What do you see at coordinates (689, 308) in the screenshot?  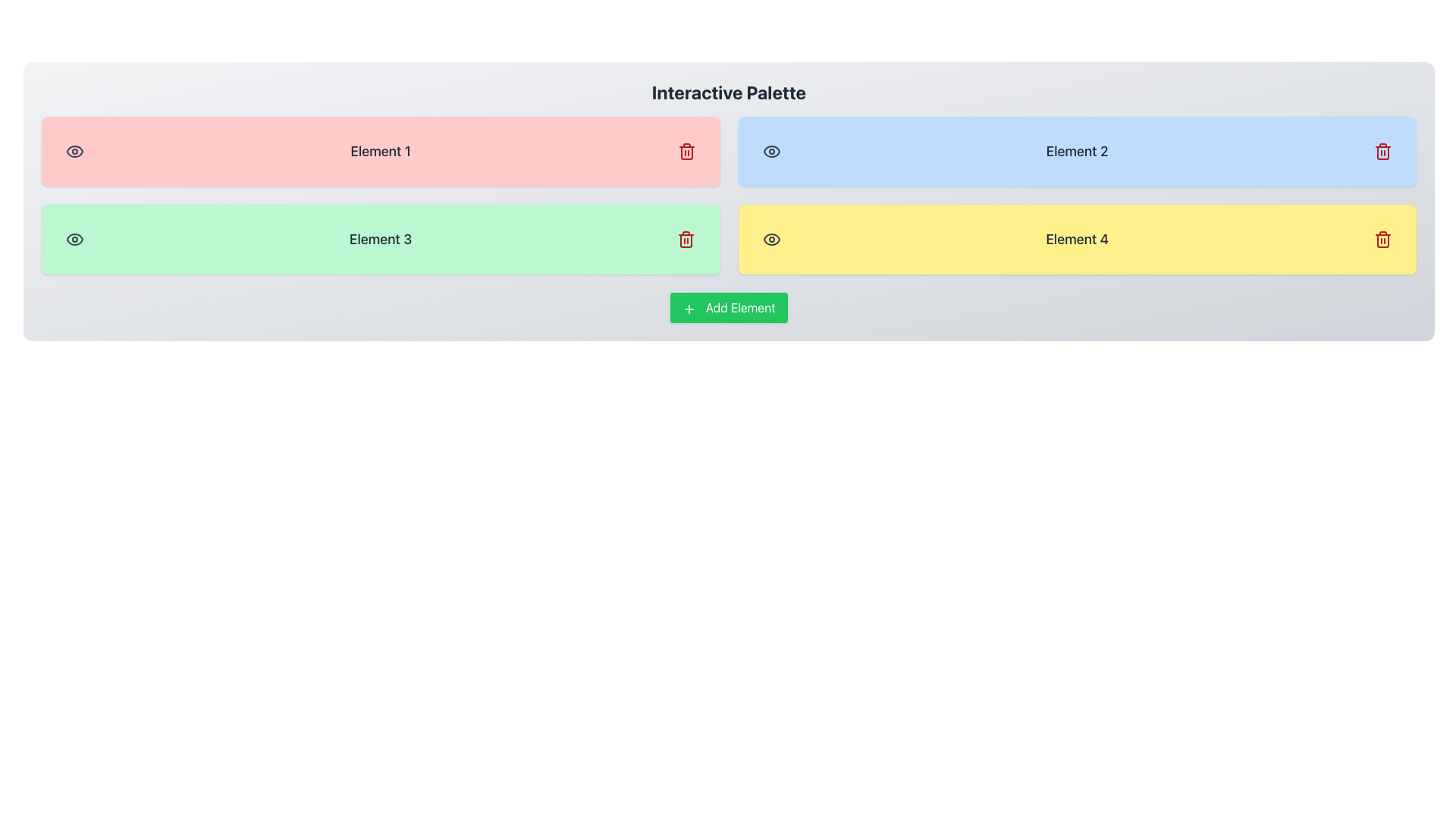 I see `the small, rounded, green-bordered icon resembling a plus sign, which is part of the 'Add Element' button positioned towards its left edge` at bounding box center [689, 308].